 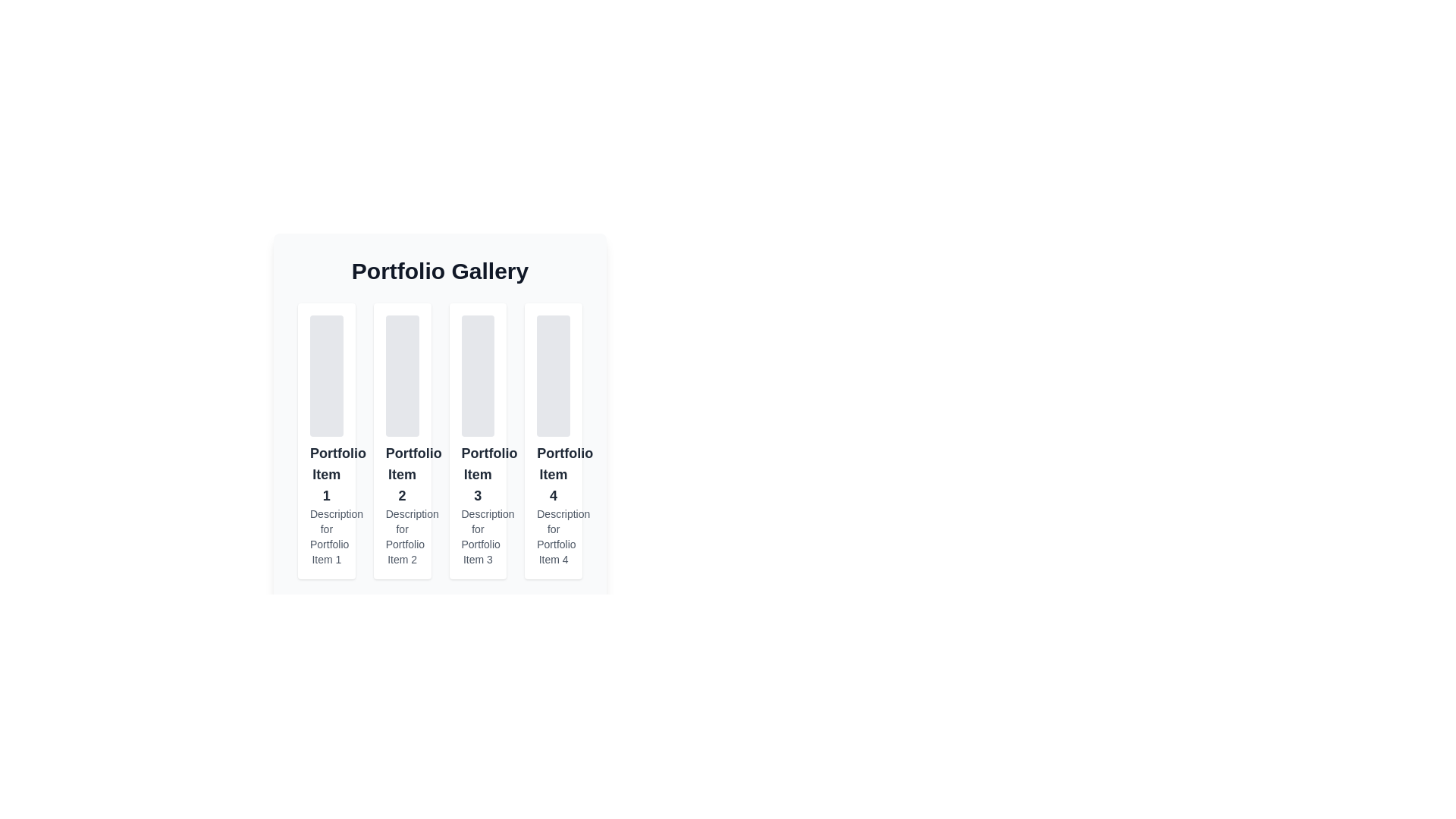 What do you see at coordinates (477, 536) in the screenshot?
I see `the text label that provides a description for 'Portfolio Item 3', located directly below its title within the portfolio card` at bounding box center [477, 536].